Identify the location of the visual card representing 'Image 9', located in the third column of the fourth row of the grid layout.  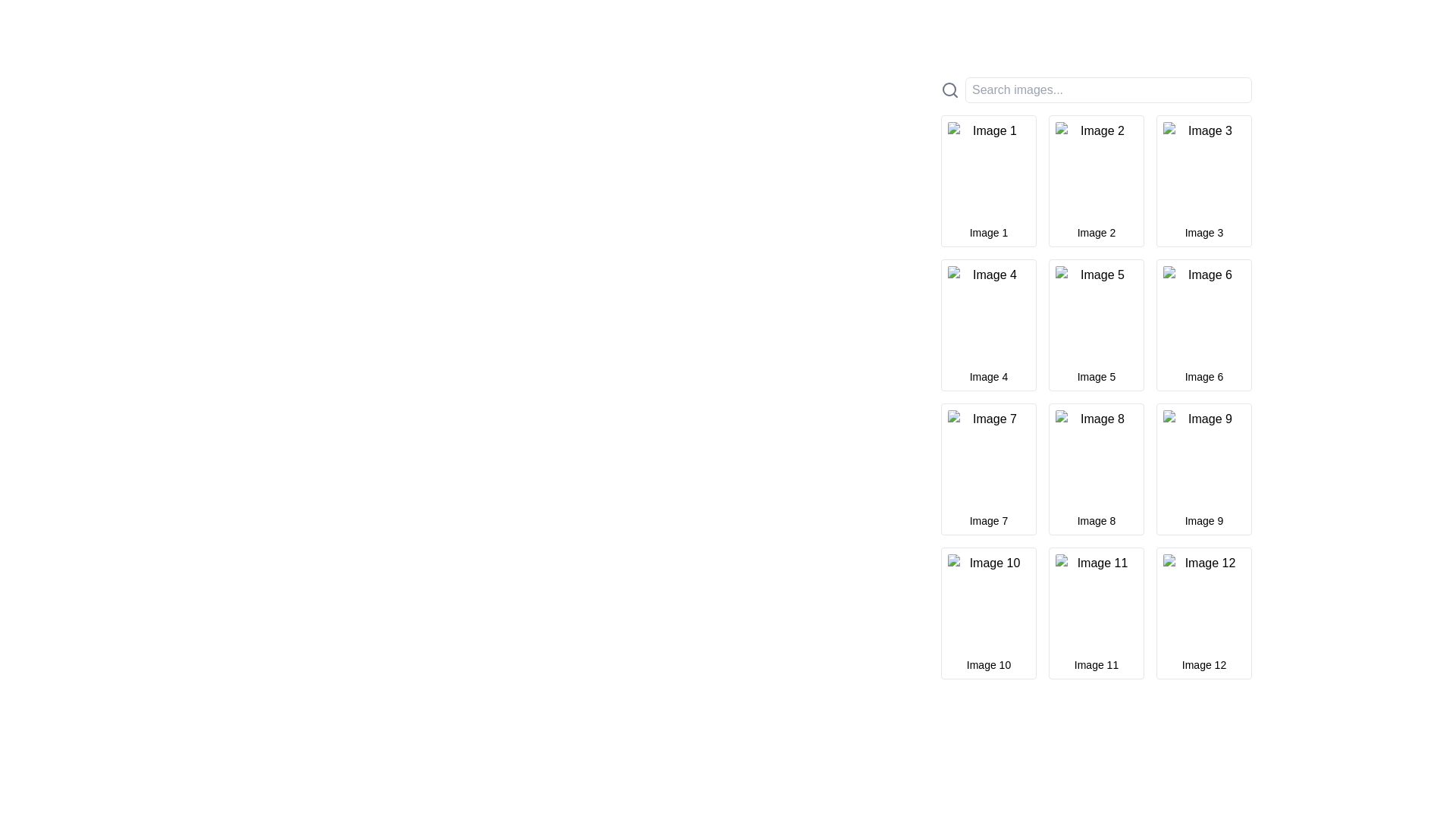
(1203, 468).